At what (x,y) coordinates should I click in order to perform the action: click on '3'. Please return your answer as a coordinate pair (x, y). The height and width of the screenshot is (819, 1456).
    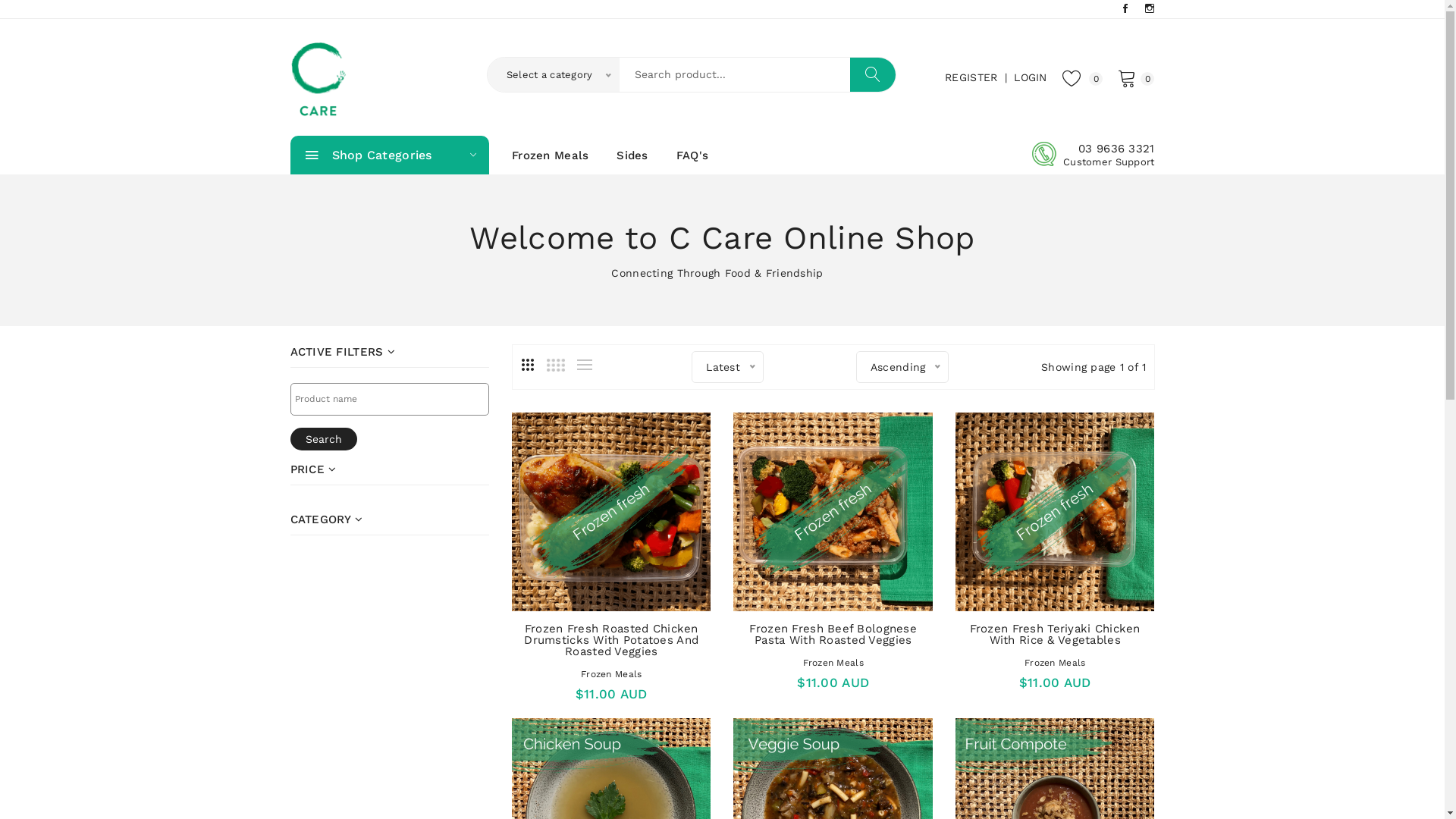
    Looking at the image, I should click on (528, 365).